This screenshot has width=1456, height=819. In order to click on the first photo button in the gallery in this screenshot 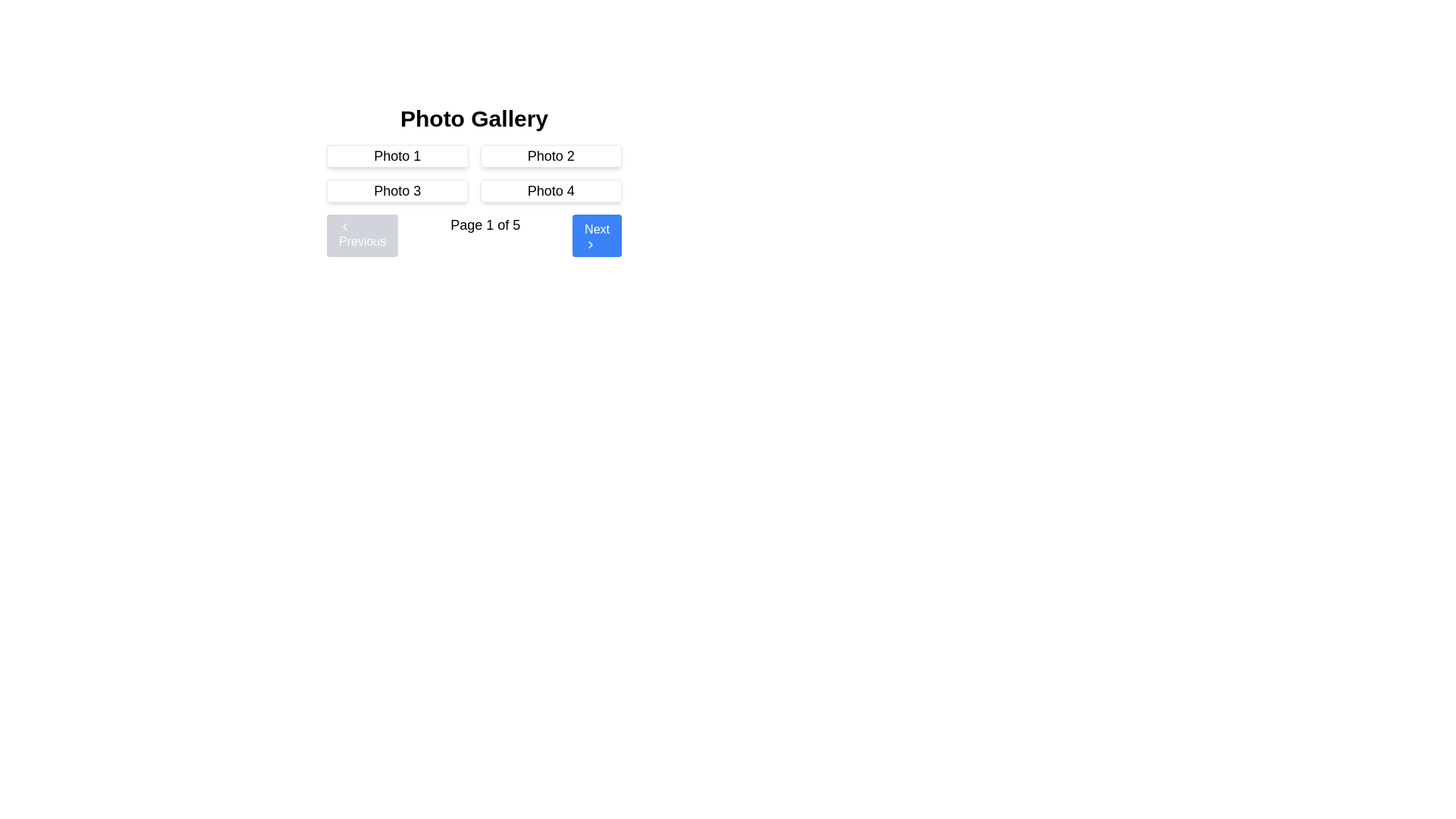, I will do `click(397, 155)`.